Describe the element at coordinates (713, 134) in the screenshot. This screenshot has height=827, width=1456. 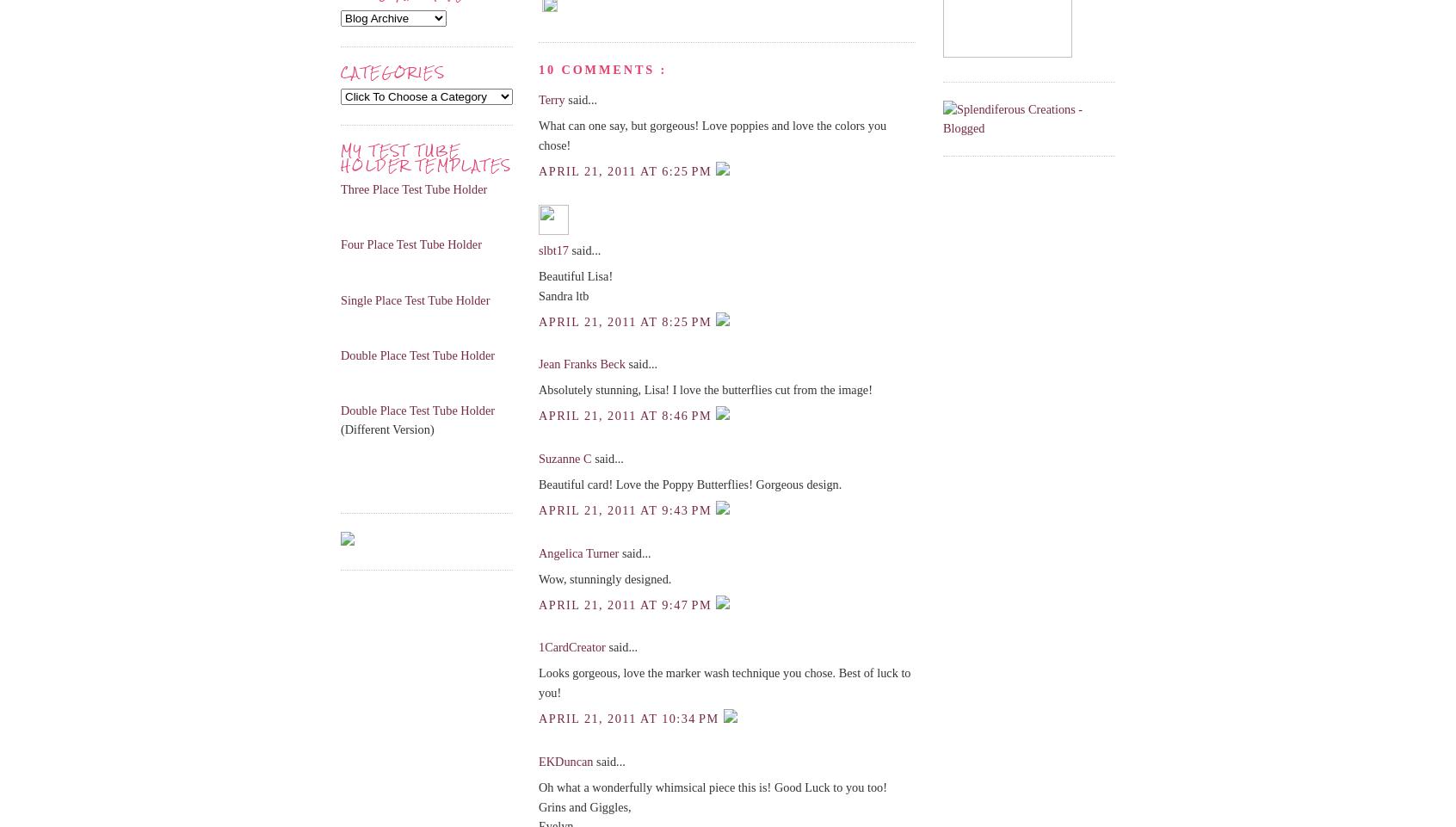
I see `'What can one say, but gorgeous!  Love poppies and love the colors you chose!'` at that location.